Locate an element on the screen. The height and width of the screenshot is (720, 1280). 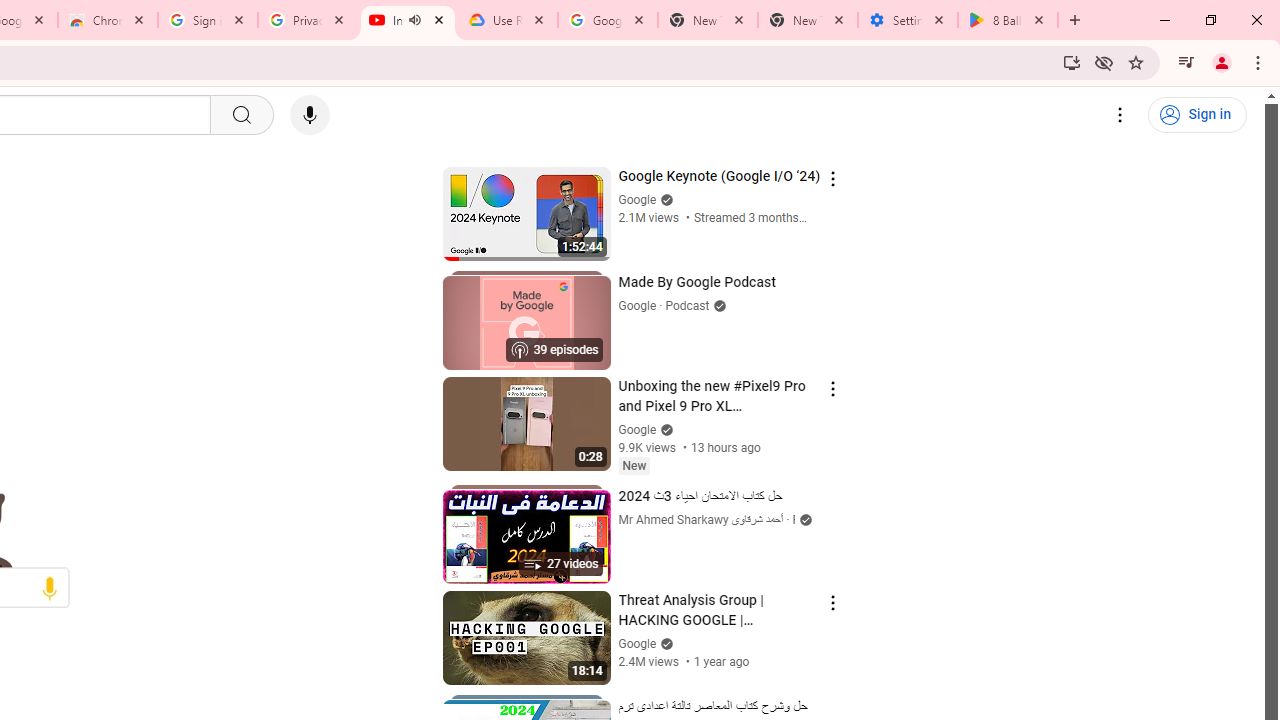
'Mute tab' is located at coordinates (413, 20).